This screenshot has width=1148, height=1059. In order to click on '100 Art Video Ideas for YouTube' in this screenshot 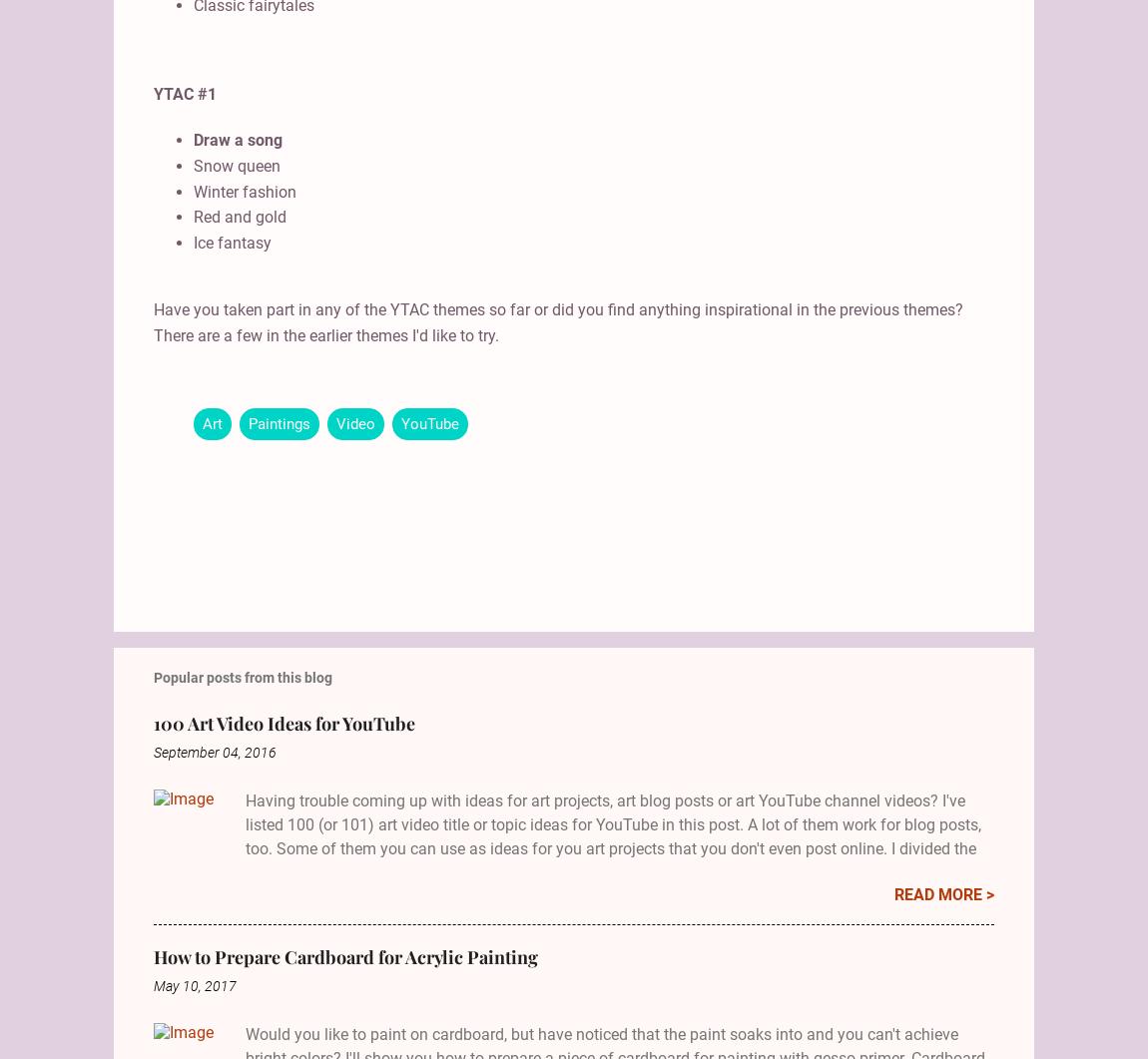, I will do `click(283, 723)`.